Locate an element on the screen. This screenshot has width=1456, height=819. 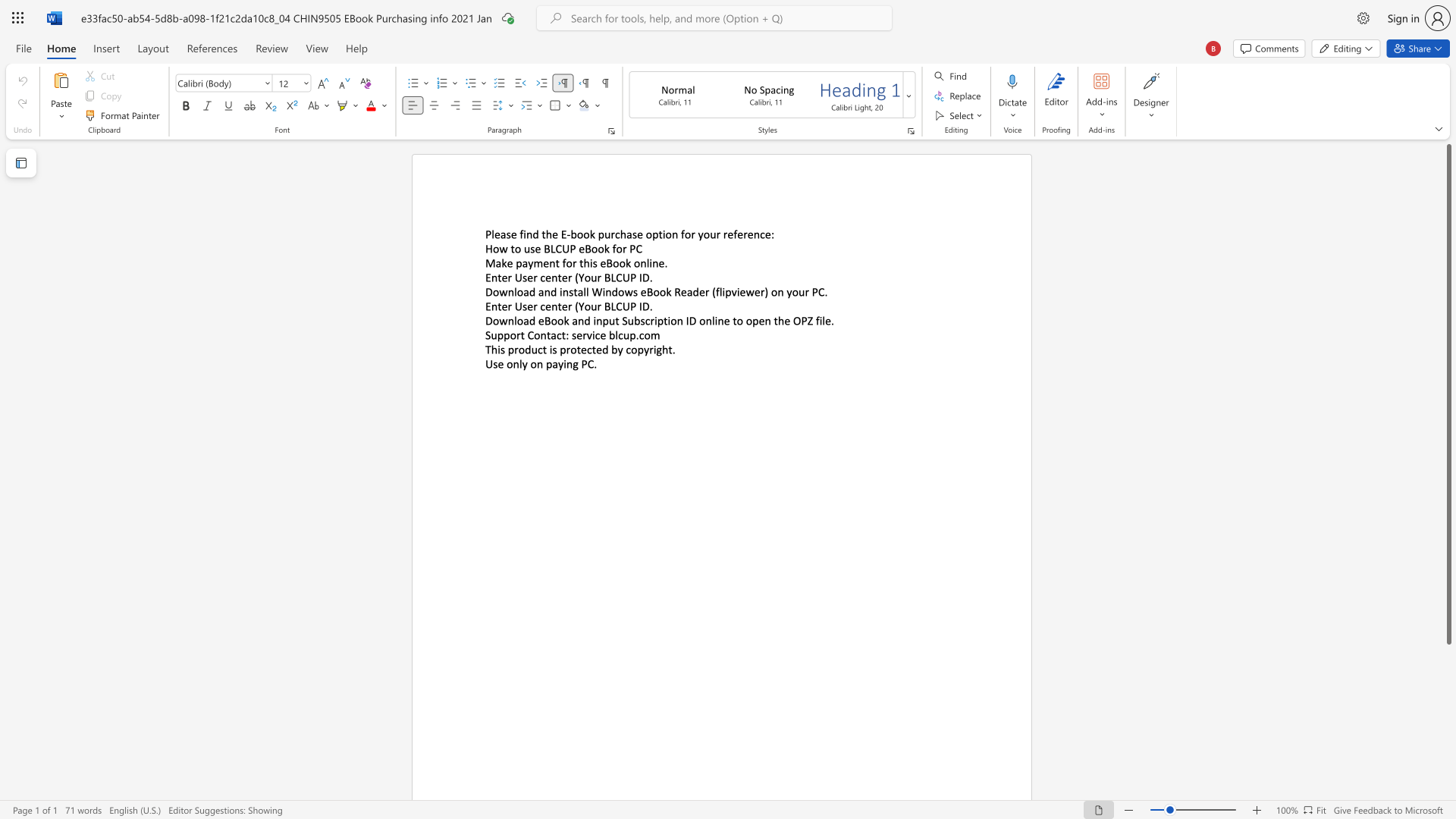
the scrollbar to move the content lower is located at coordinates (1448, 780).